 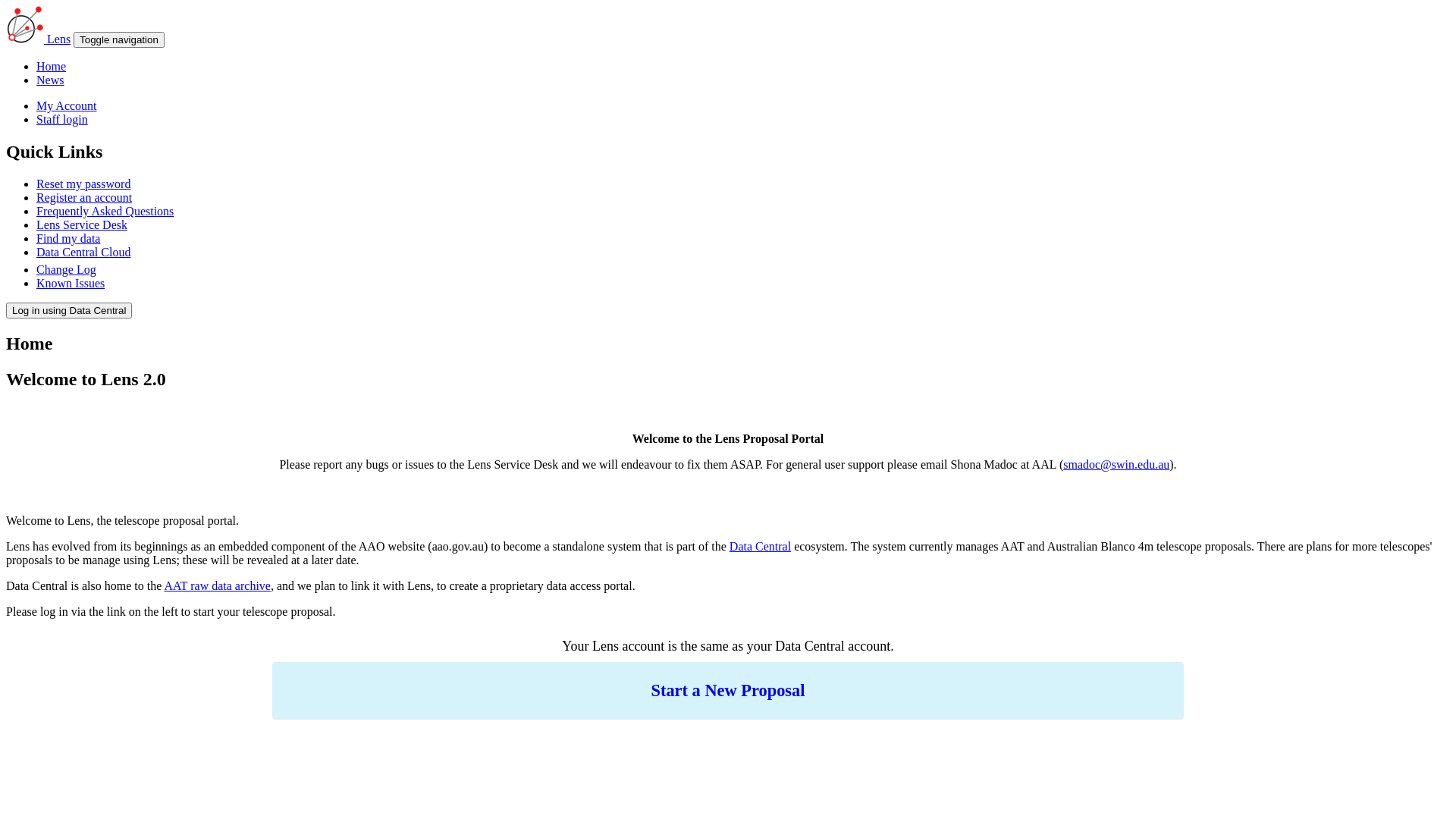 I want to click on 'Data Central Cloud', so click(x=83, y=251).